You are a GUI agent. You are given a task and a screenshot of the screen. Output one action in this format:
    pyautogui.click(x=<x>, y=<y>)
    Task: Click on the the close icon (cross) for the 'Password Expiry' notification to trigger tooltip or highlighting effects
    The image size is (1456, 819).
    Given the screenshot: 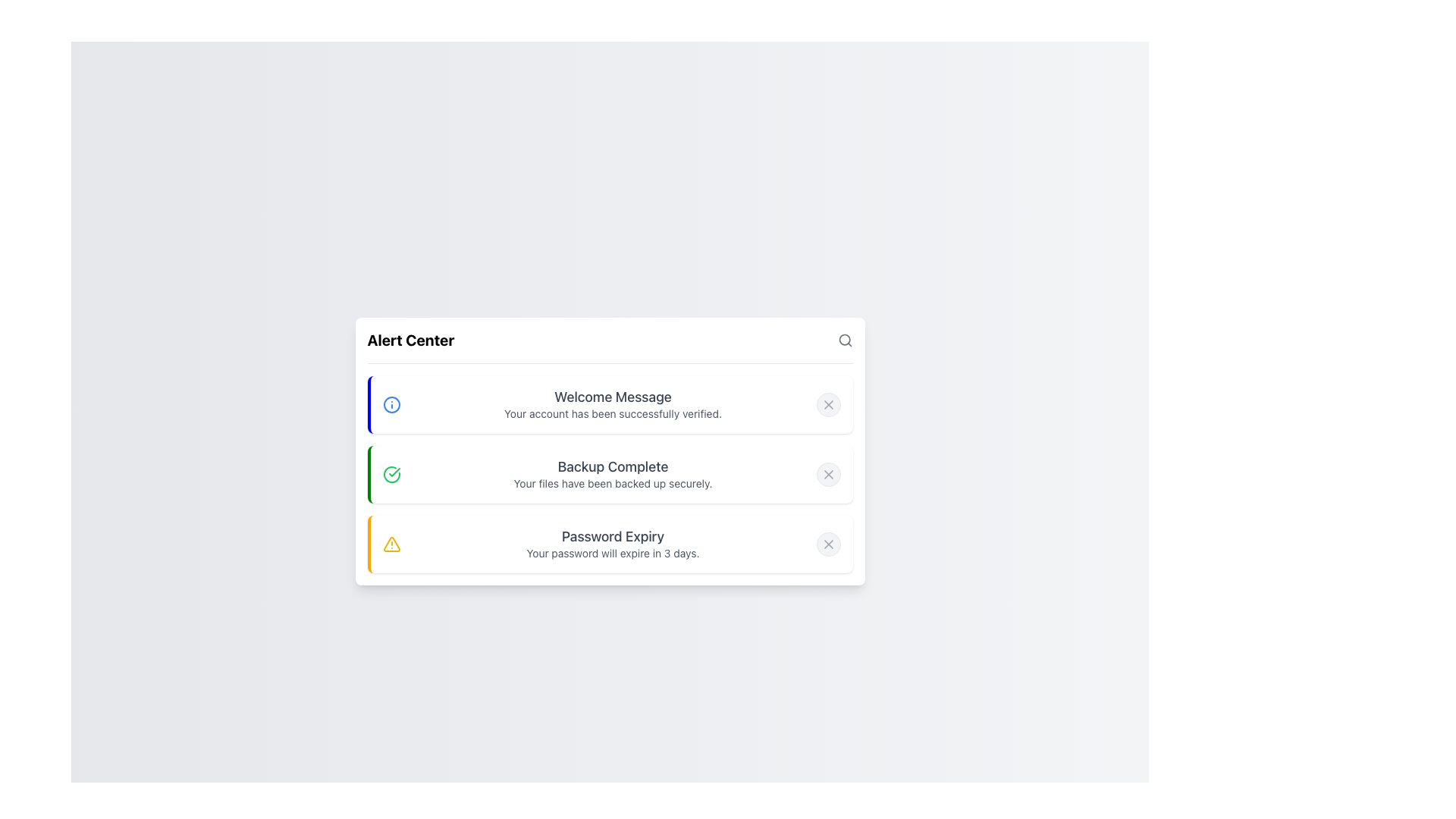 What is the action you would take?
    pyautogui.click(x=827, y=543)
    